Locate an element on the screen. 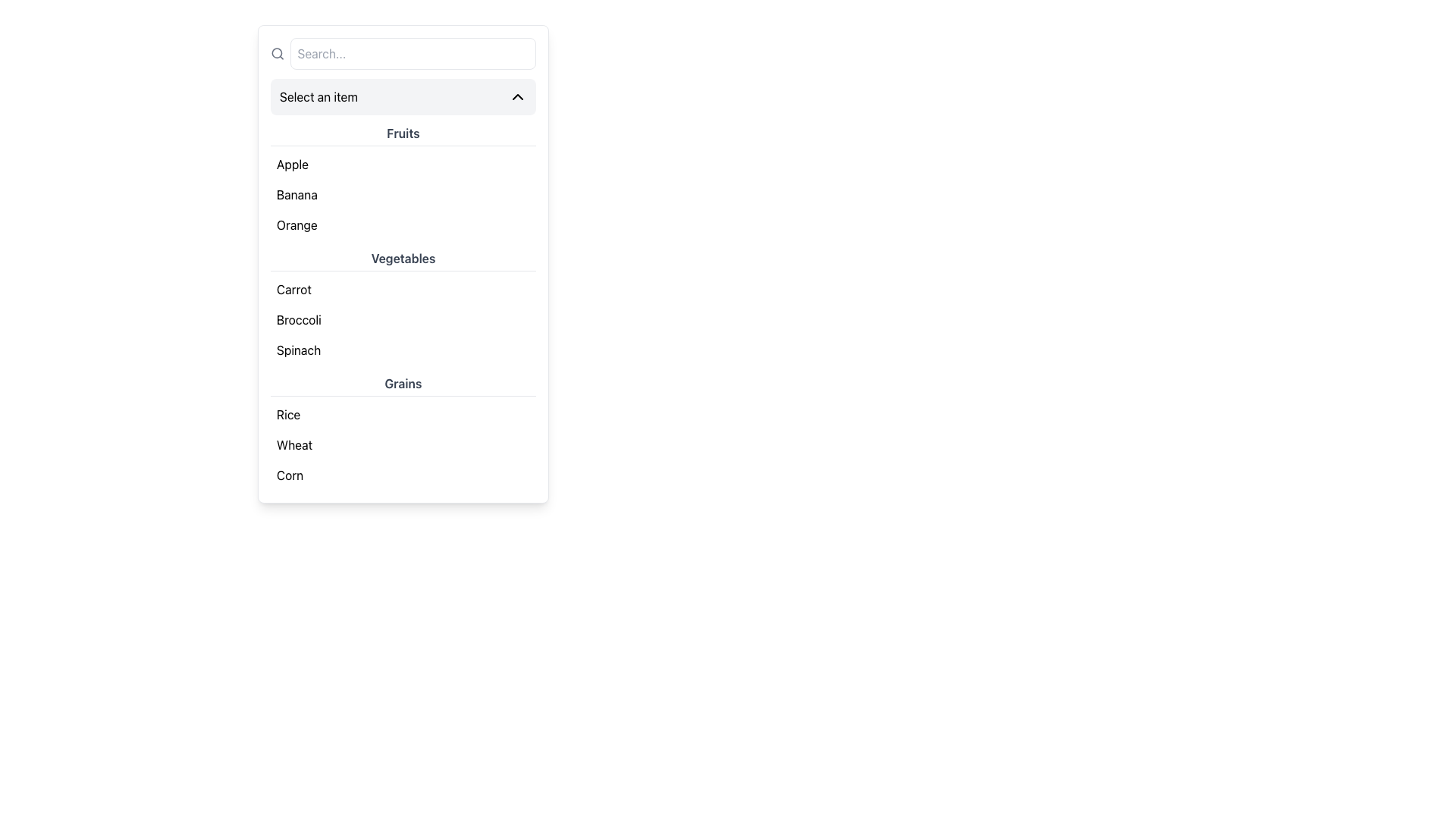 The image size is (1456, 819). the text label 'Select an item' displayed in black font on a gray background, which is part of a dropdown interface located near the top-left corner of the dropdown component is located at coordinates (318, 96).